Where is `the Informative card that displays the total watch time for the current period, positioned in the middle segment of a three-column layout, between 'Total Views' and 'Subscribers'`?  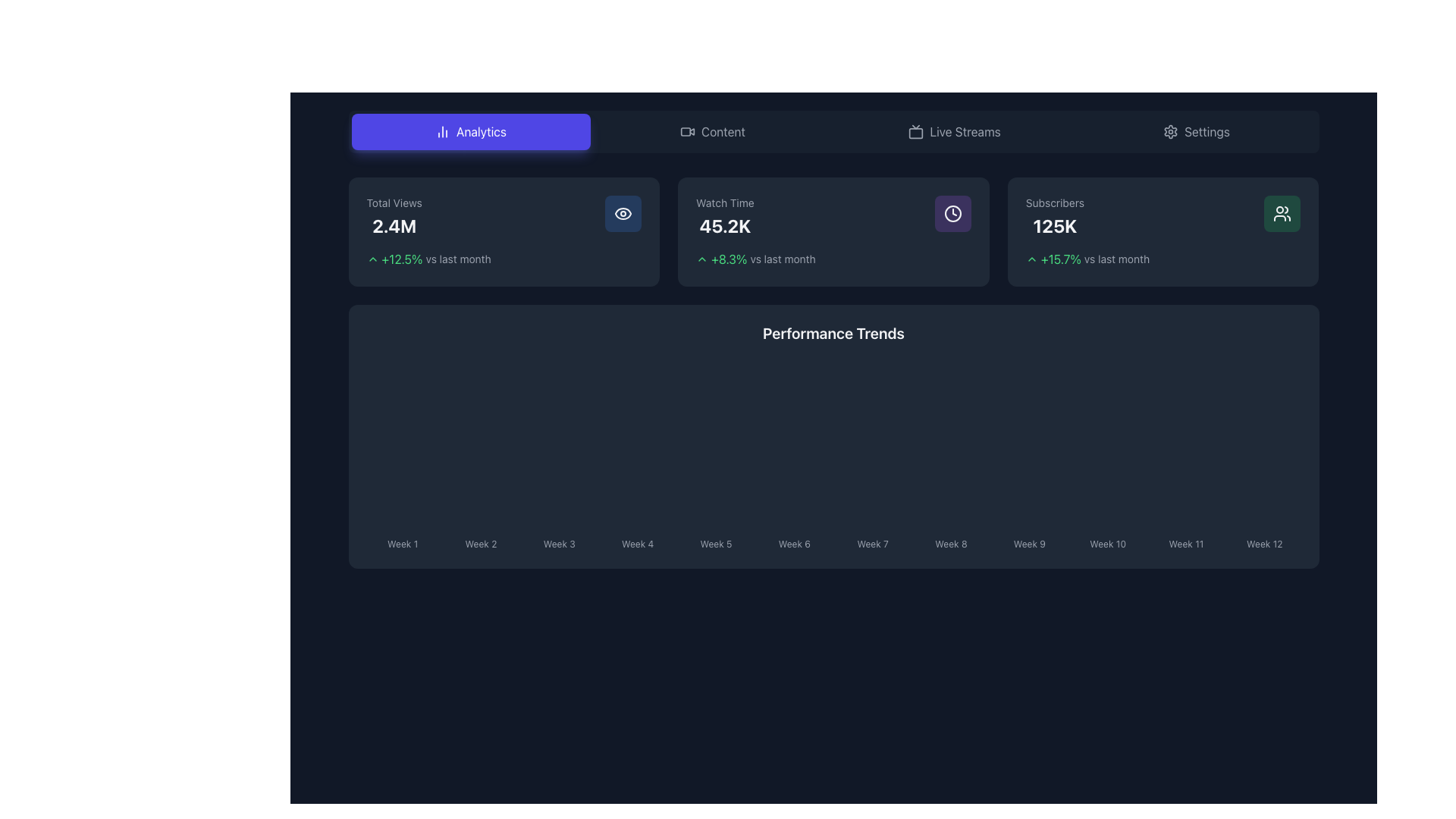
the Informative card that displays the total watch time for the current period, positioned in the middle segment of a three-column layout, between 'Total Views' and 'Subscribers' is located at coordinates (833, 231).